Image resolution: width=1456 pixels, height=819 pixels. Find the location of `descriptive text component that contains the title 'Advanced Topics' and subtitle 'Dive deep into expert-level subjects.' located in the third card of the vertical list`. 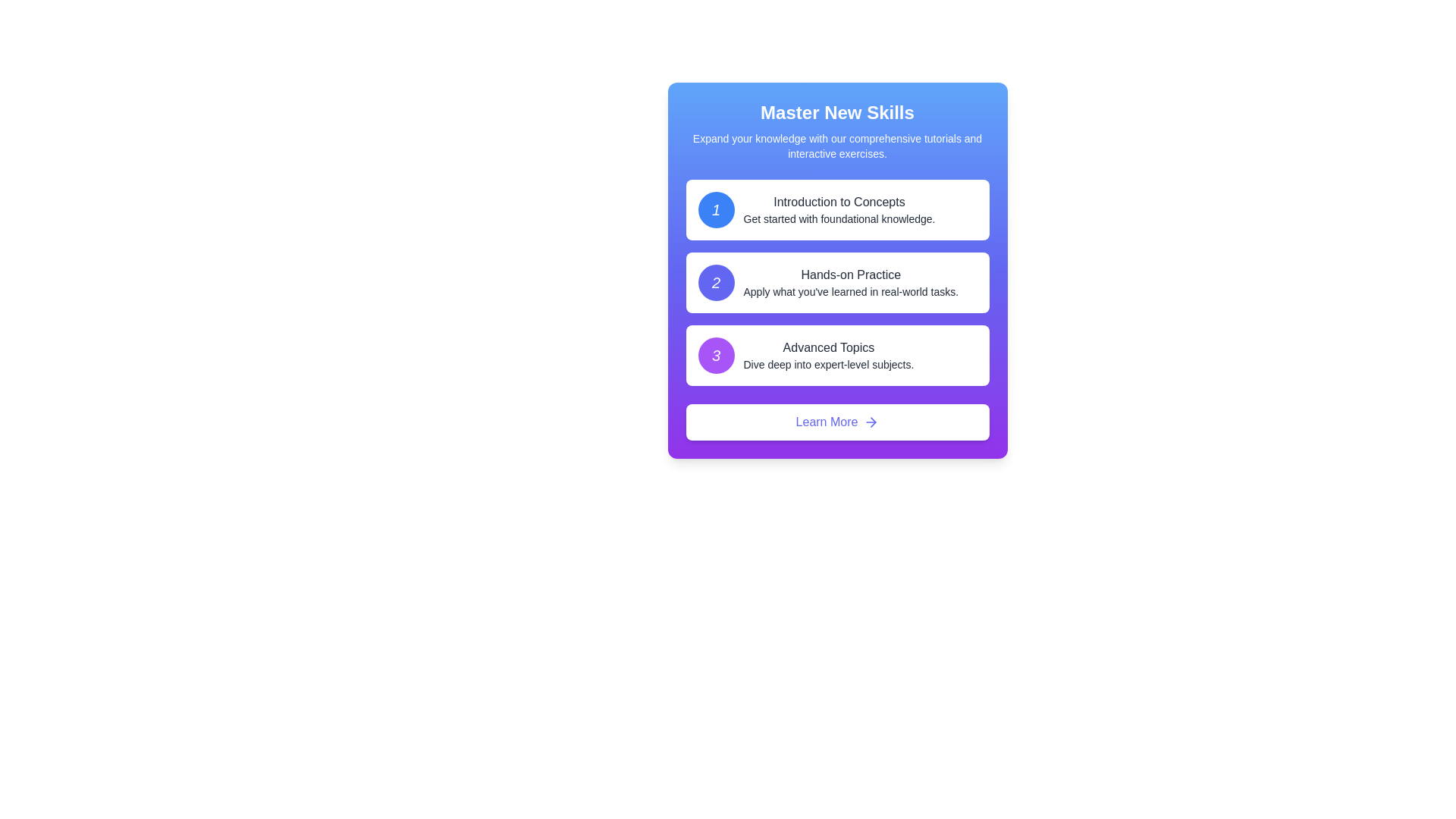

descriptive text component that contains the title 'Advanced Topics' and subtitle 'Dive deep into expert-level subjects.' located in the third card of the vertical list is located at coordinates (827, 356).